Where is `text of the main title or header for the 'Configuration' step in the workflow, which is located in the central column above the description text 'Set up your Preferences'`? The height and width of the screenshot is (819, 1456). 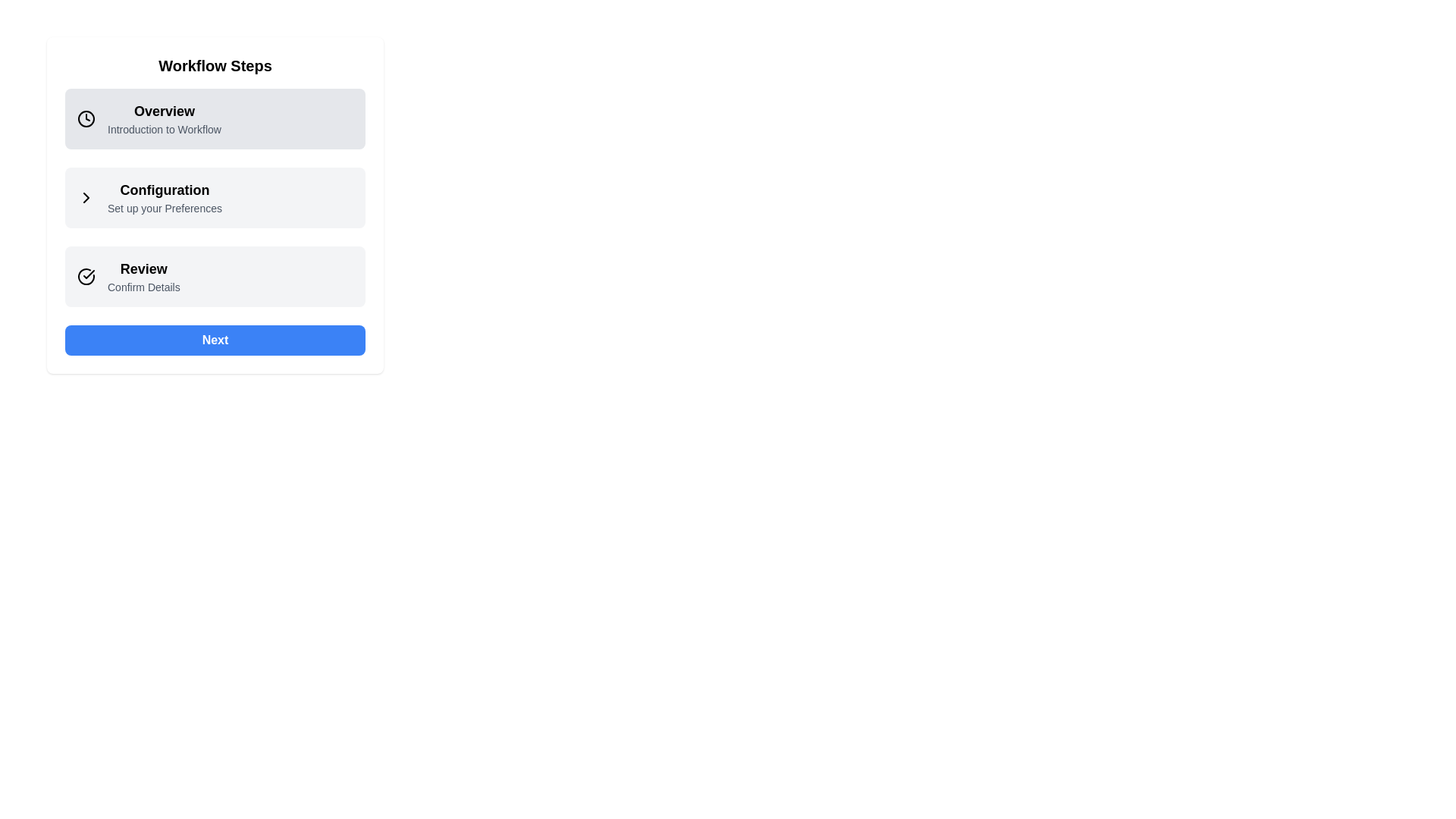 text of the main title or header for the 'Configuration' step in the workflow, which is located in the central column above the description text 'Set up your Preferences' is located at coordinates (165, 189).